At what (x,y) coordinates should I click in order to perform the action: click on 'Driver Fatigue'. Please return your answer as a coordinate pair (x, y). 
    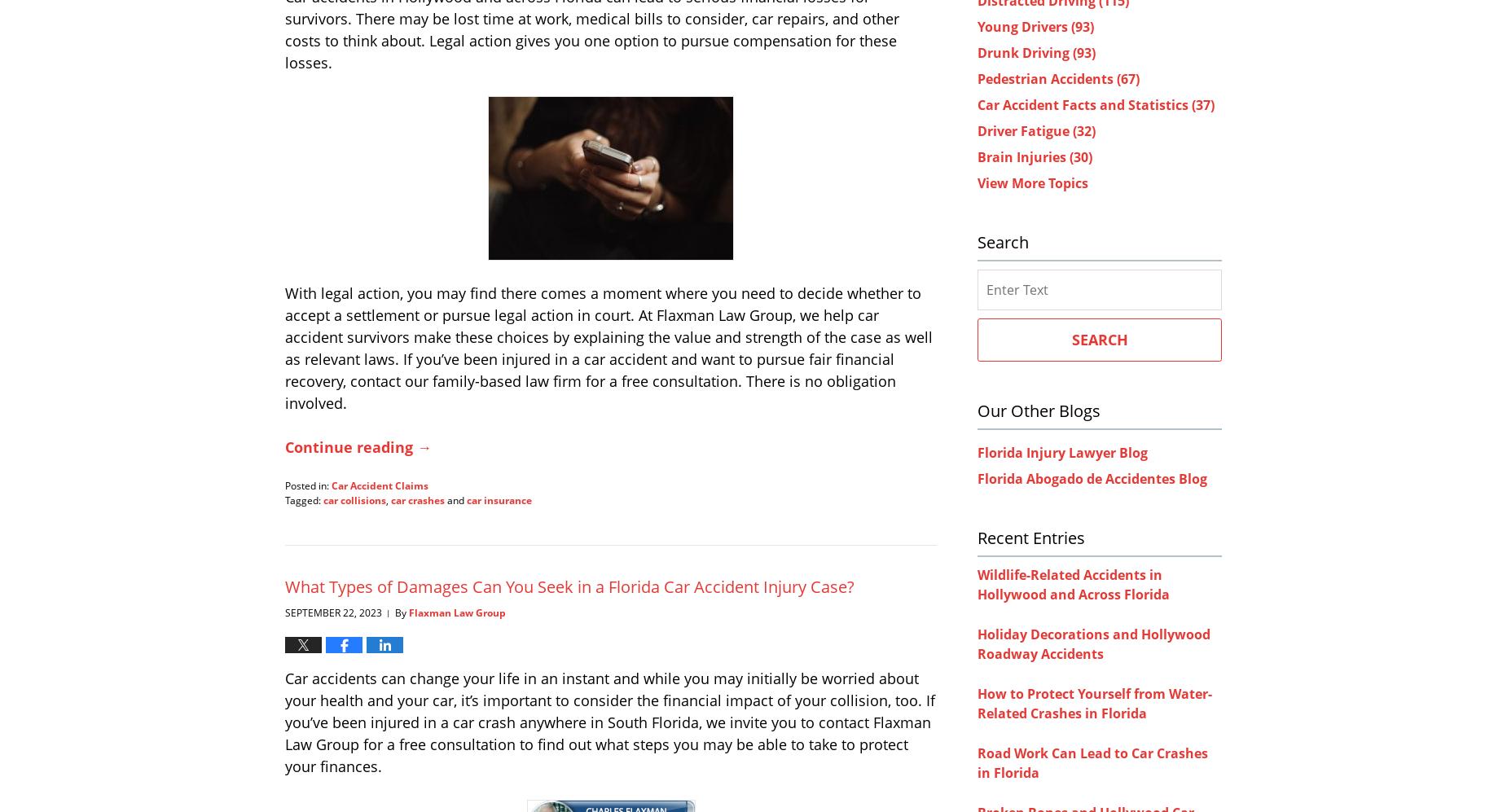
    Looking at the image, I should click on (1024, 129).